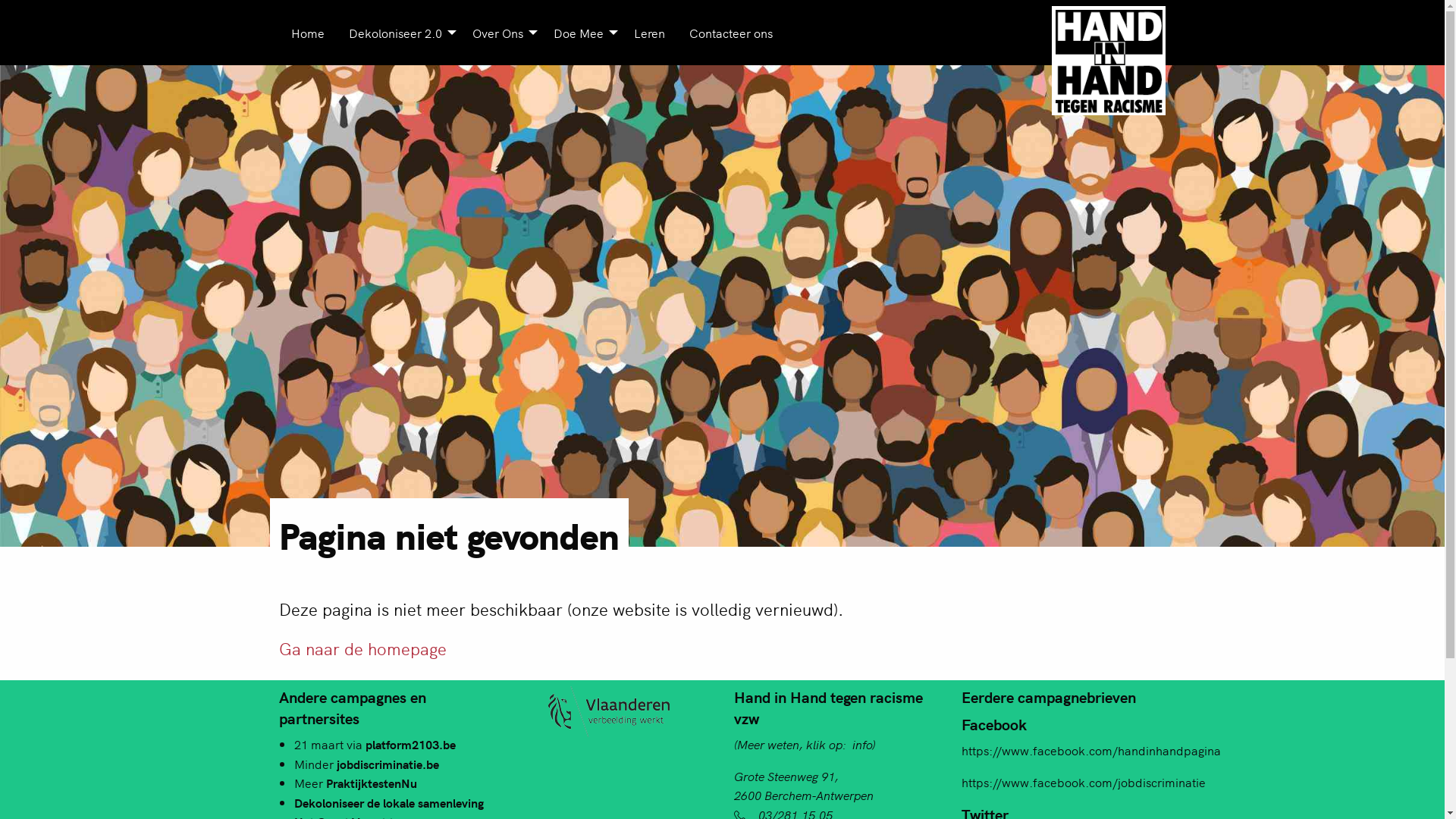 Image resolution: width=1456 pixels, height=819 pixels. I want to click on 'Home', so click(307, 32).